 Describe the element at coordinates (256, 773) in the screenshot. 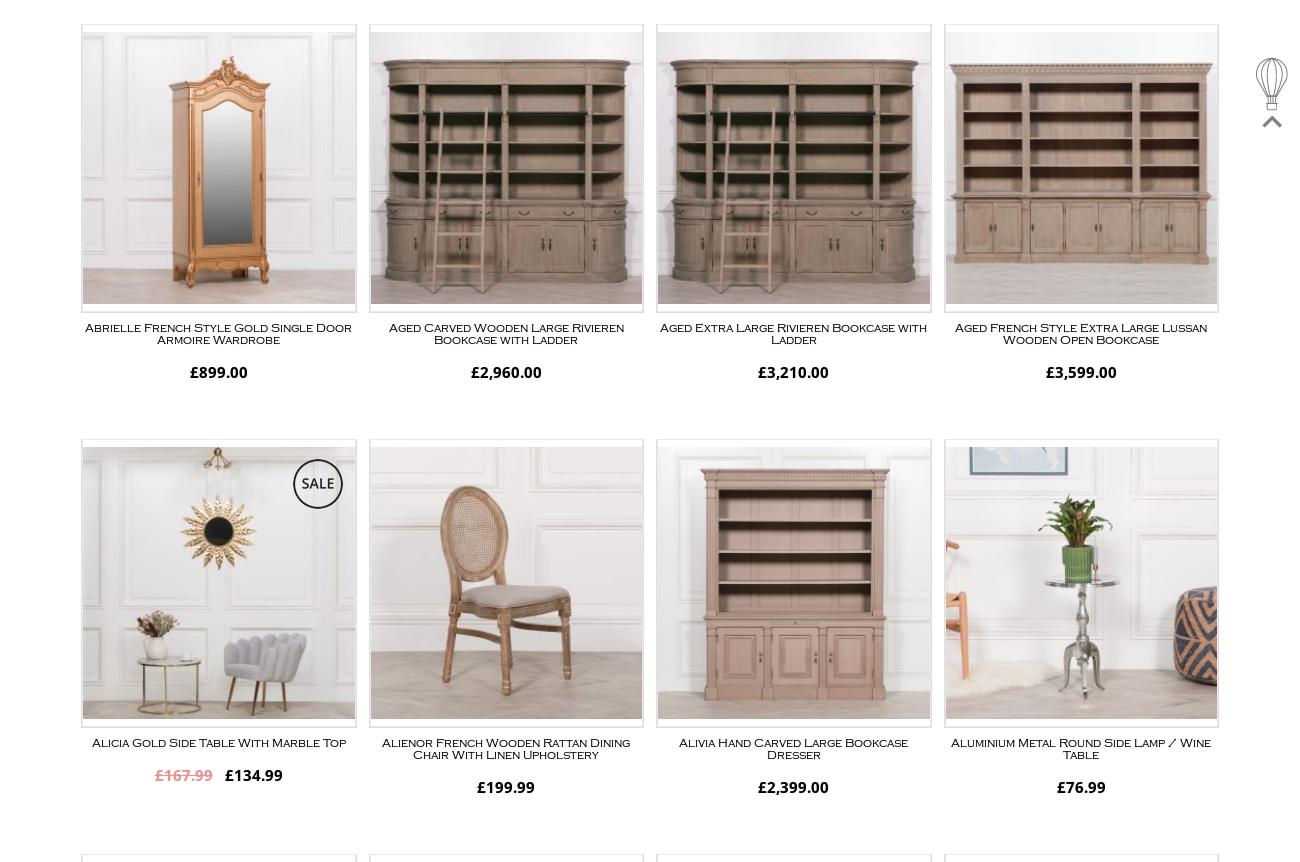

I see `'134.99'` at that location.